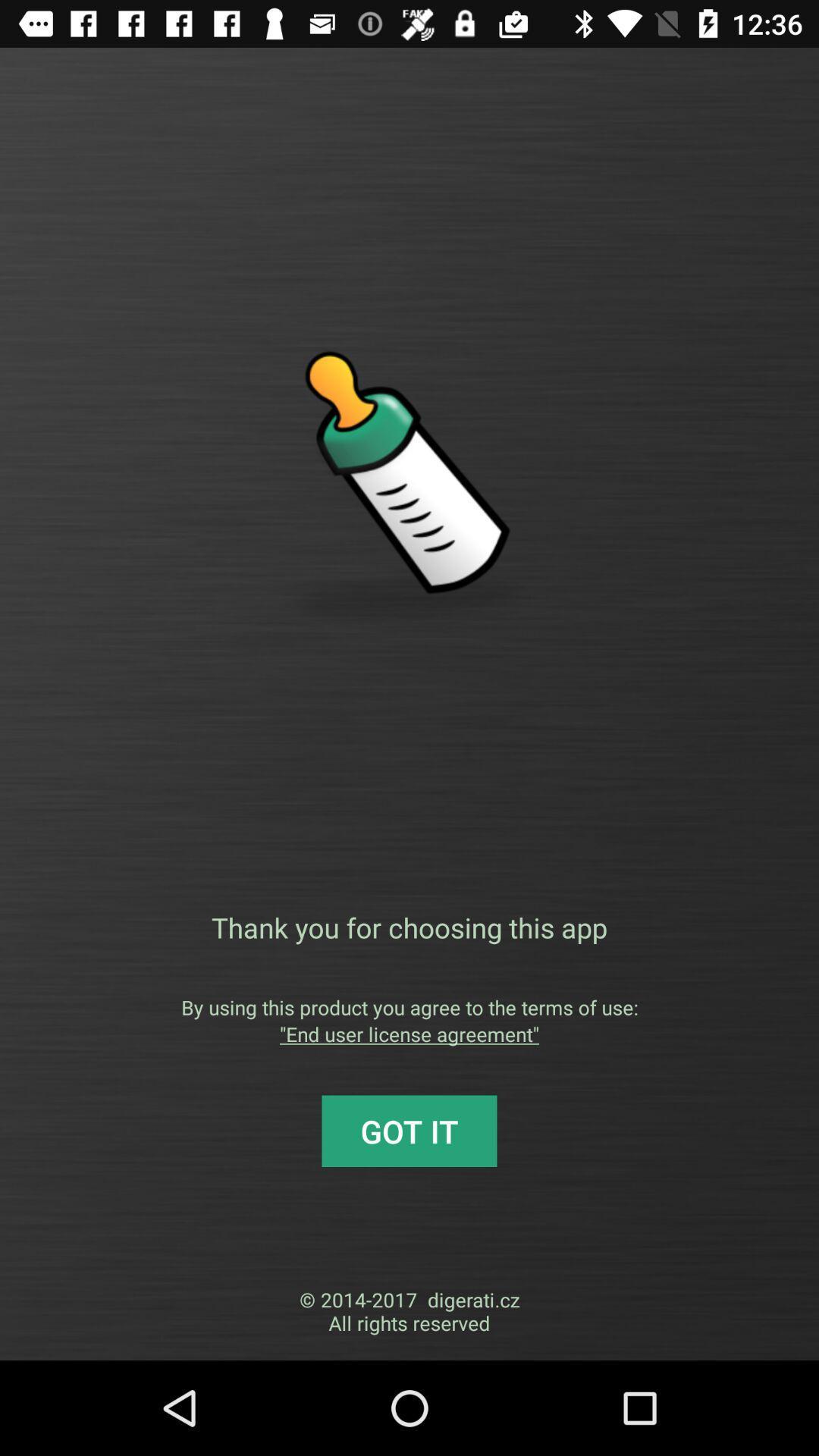  I want to click on the 2014 2017 digerati, so click(409, 1310).